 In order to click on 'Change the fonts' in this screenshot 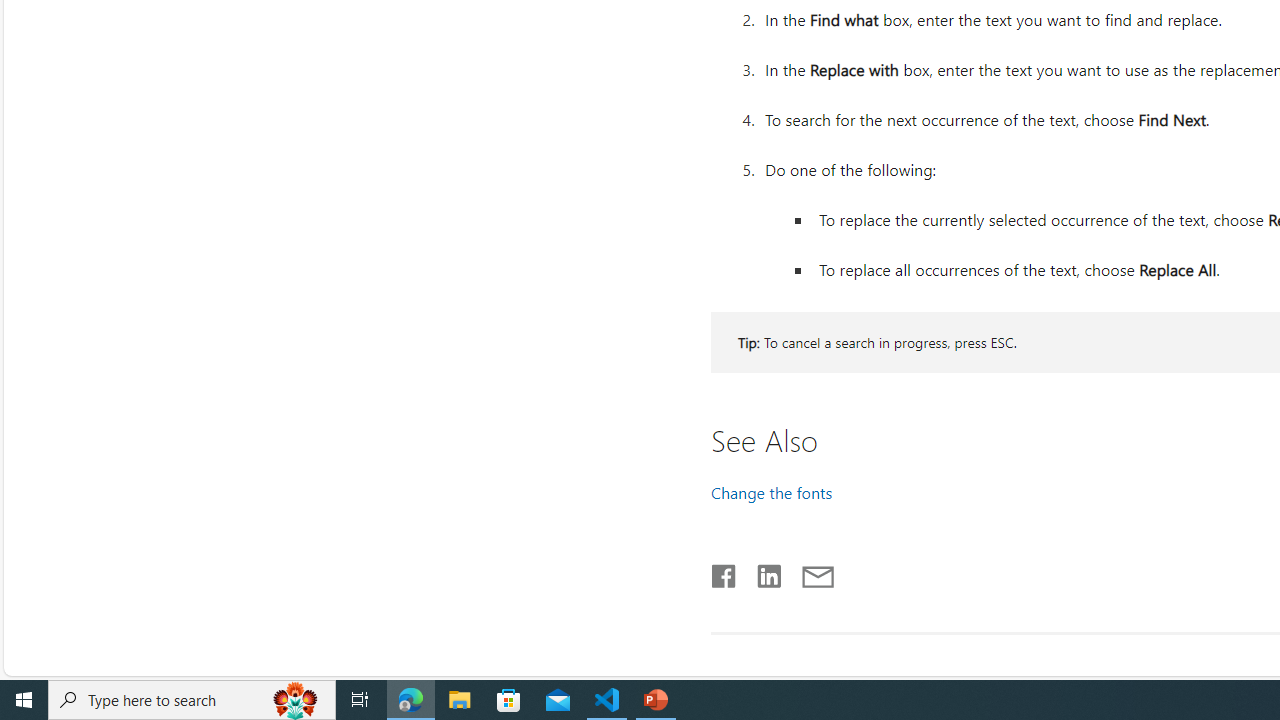, I will do `click(770, 492)`.